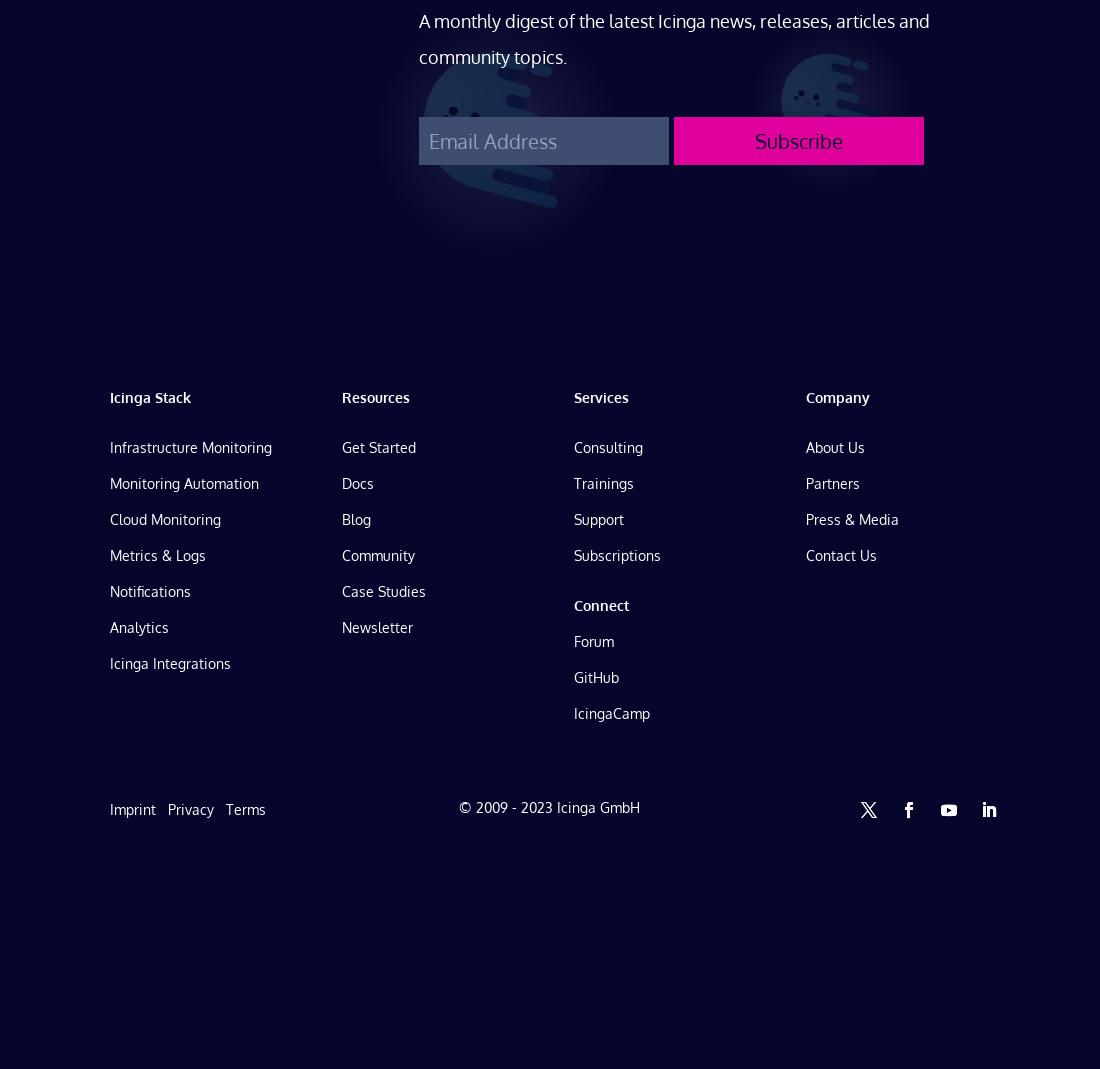 Image resolution: width=1100 pixels, height=1069 pixels. I want to click on 'Partners', so click(805, 481).